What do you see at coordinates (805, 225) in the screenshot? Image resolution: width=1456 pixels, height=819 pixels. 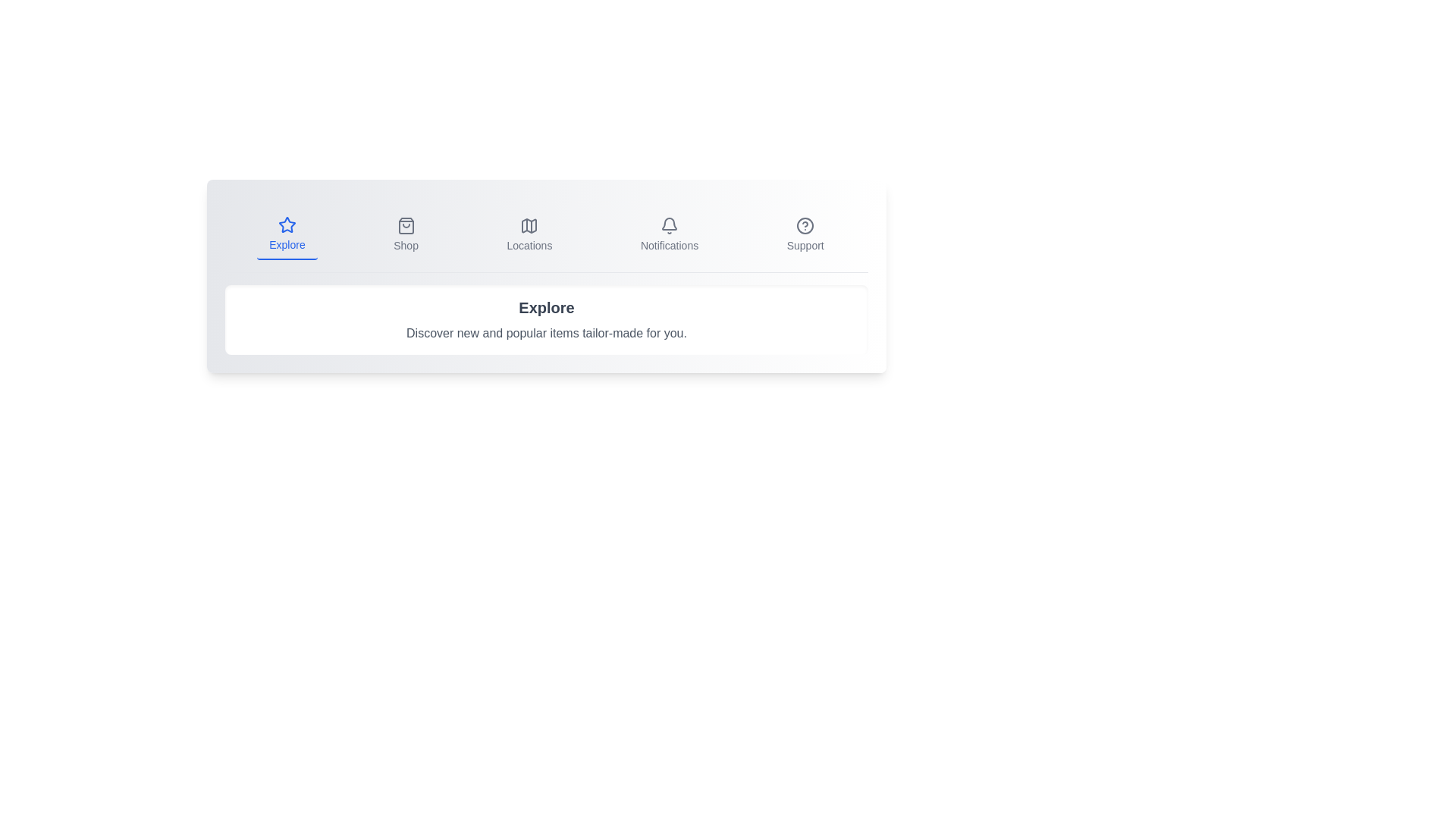 I see `the help or support icon located at the top-right corner of the menu bar, just above the 'Support' label` at bounding box center [805, 225].